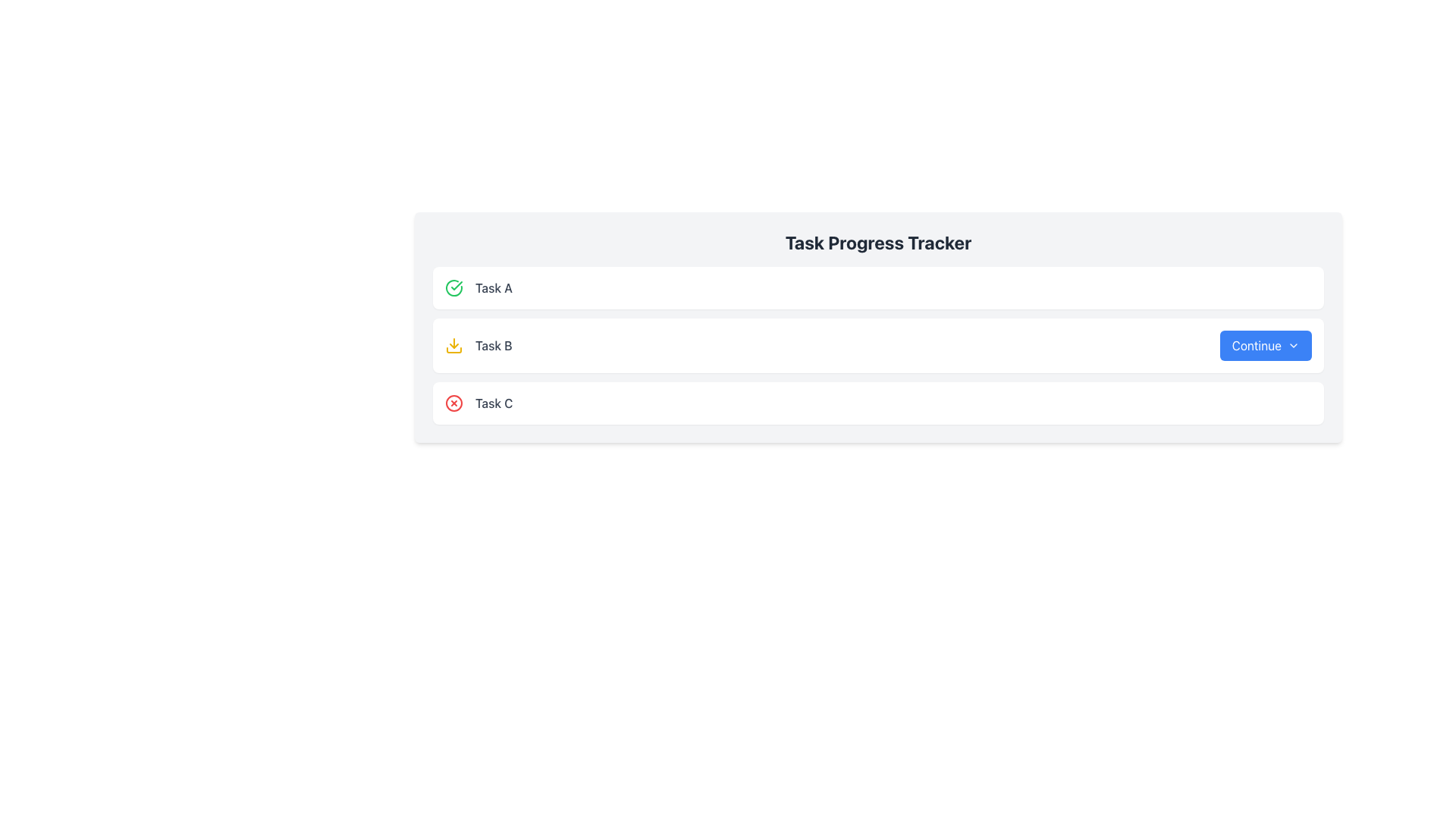 This screenshot has height=819, width=1456. What do you see at coordinates (478, 345) in the screenshot?
I see `the content of the text label for the second task, which is located beneath 'Task A' and above 'Task C' in the task list` at bounding box center [478, 345].